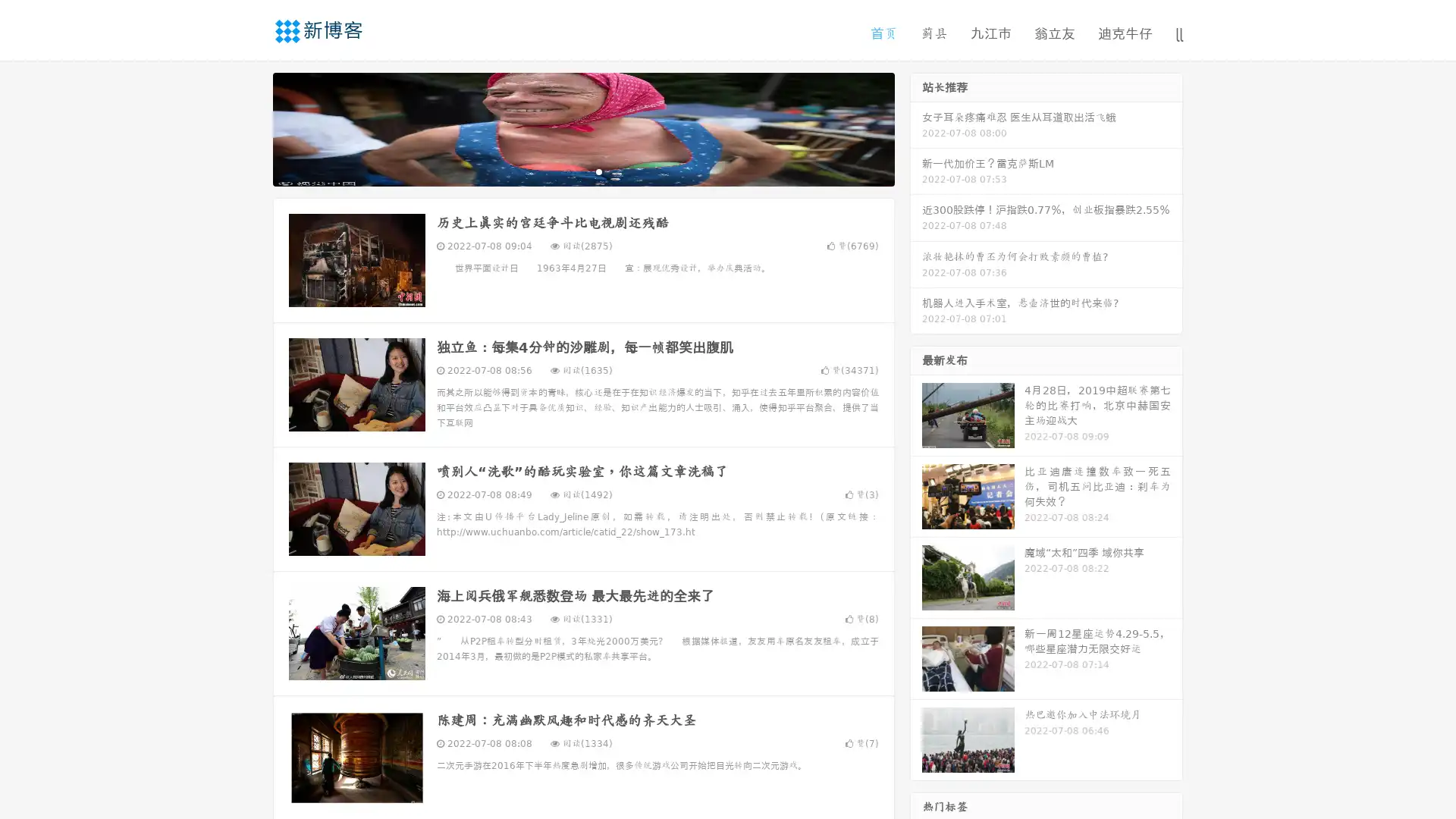 This screenshot has height=819, width=1456. I want to click on Go to slide 2, so click(582, 171).